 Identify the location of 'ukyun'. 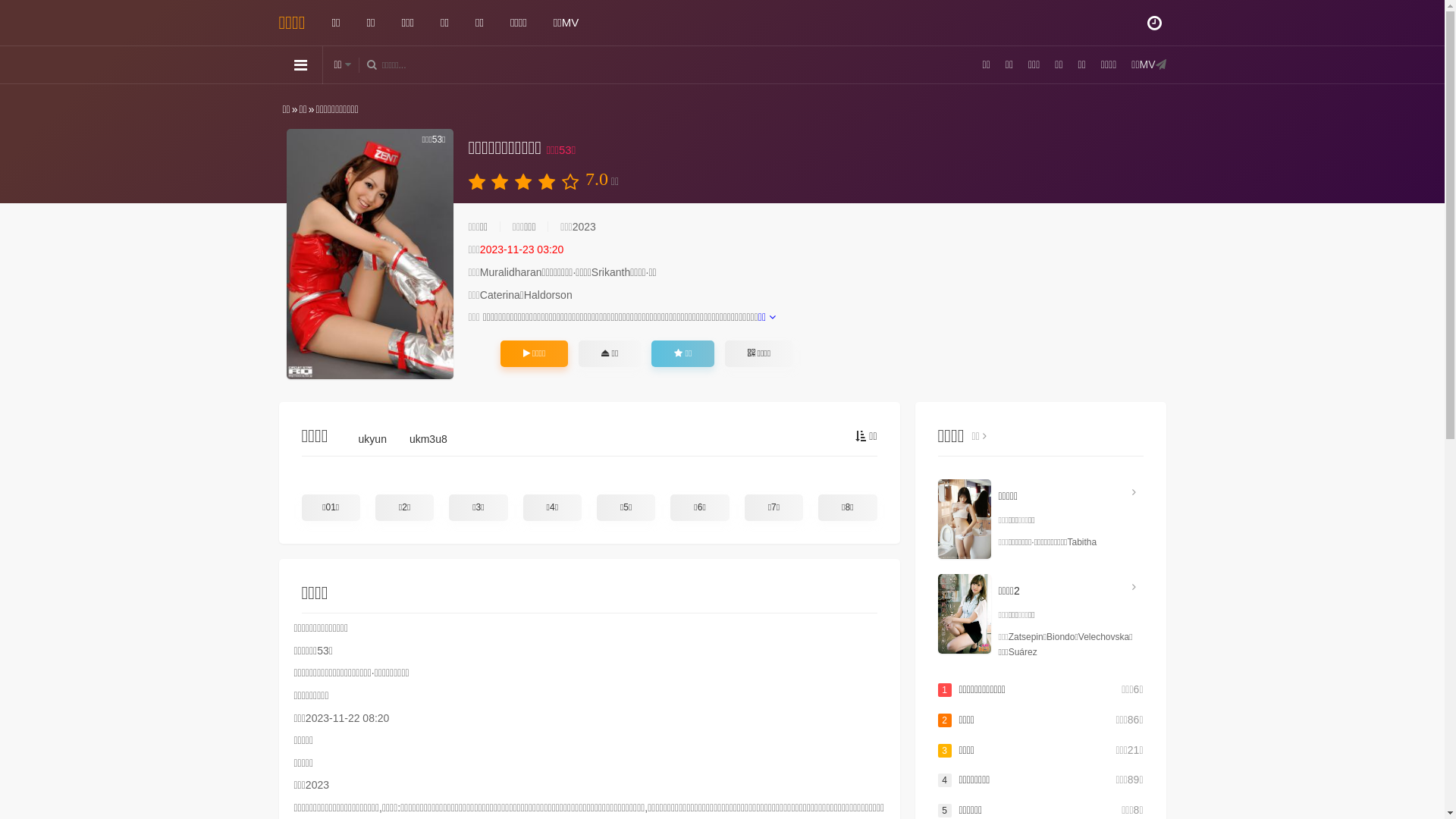
(372, 442).